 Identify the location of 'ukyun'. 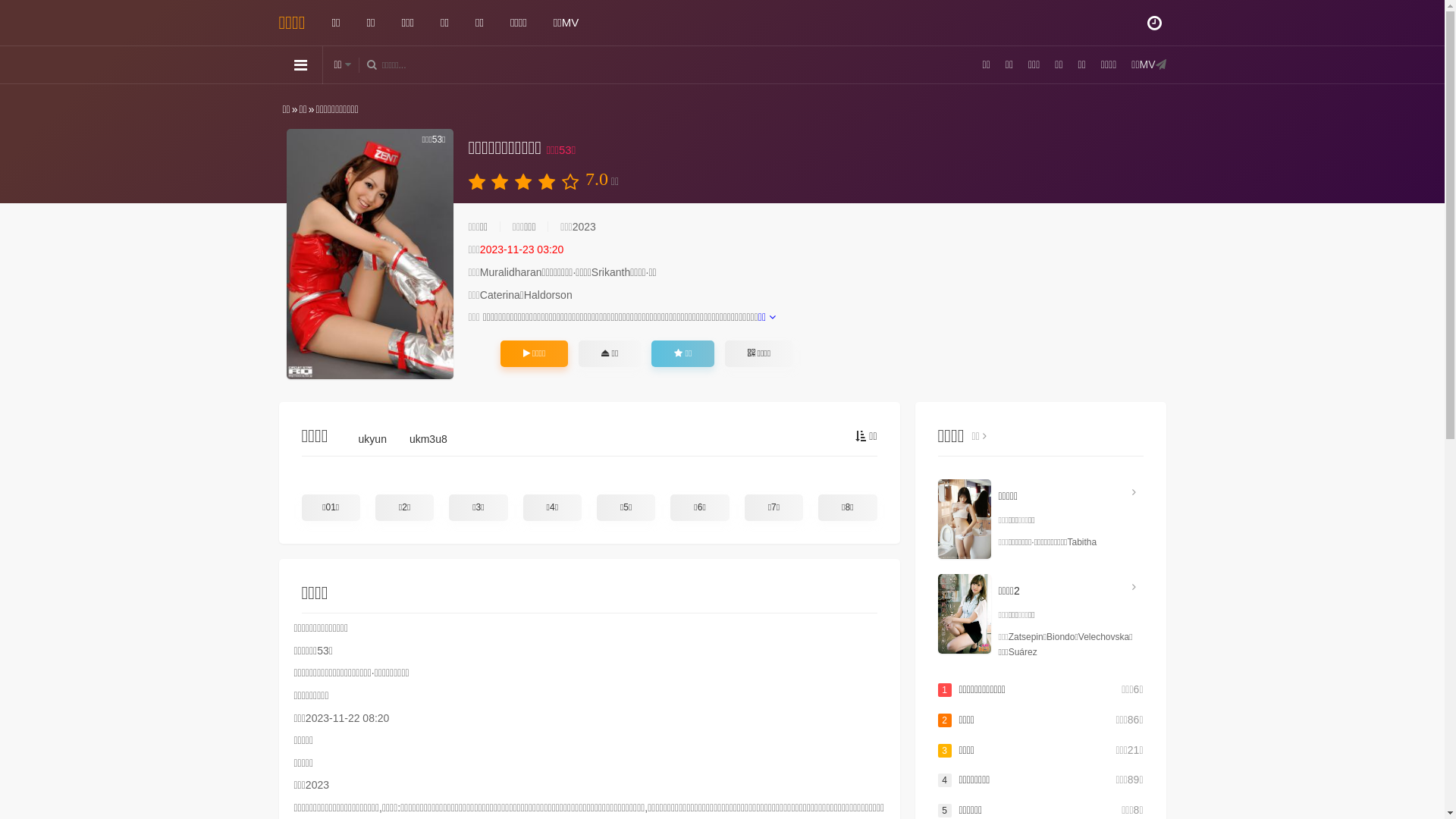
(372, 442).